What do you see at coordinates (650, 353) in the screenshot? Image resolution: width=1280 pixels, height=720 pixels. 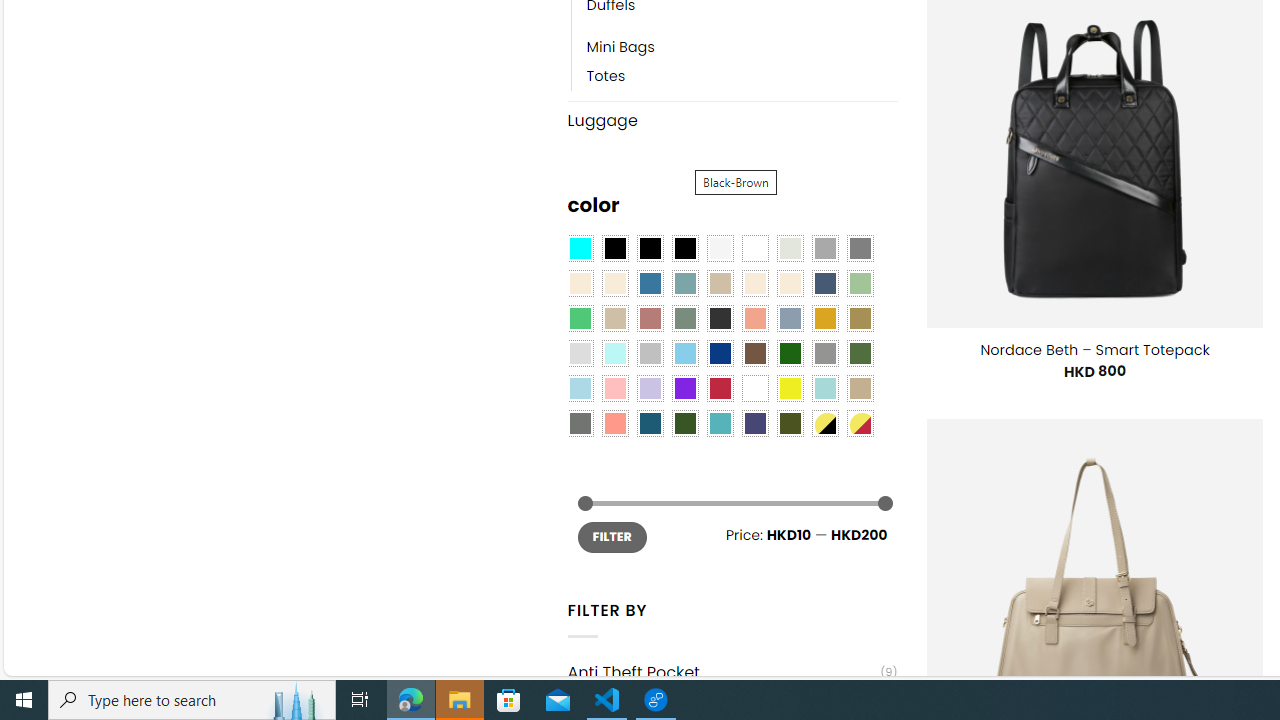 I see `'Silver'` at bounding box center [650, 353].